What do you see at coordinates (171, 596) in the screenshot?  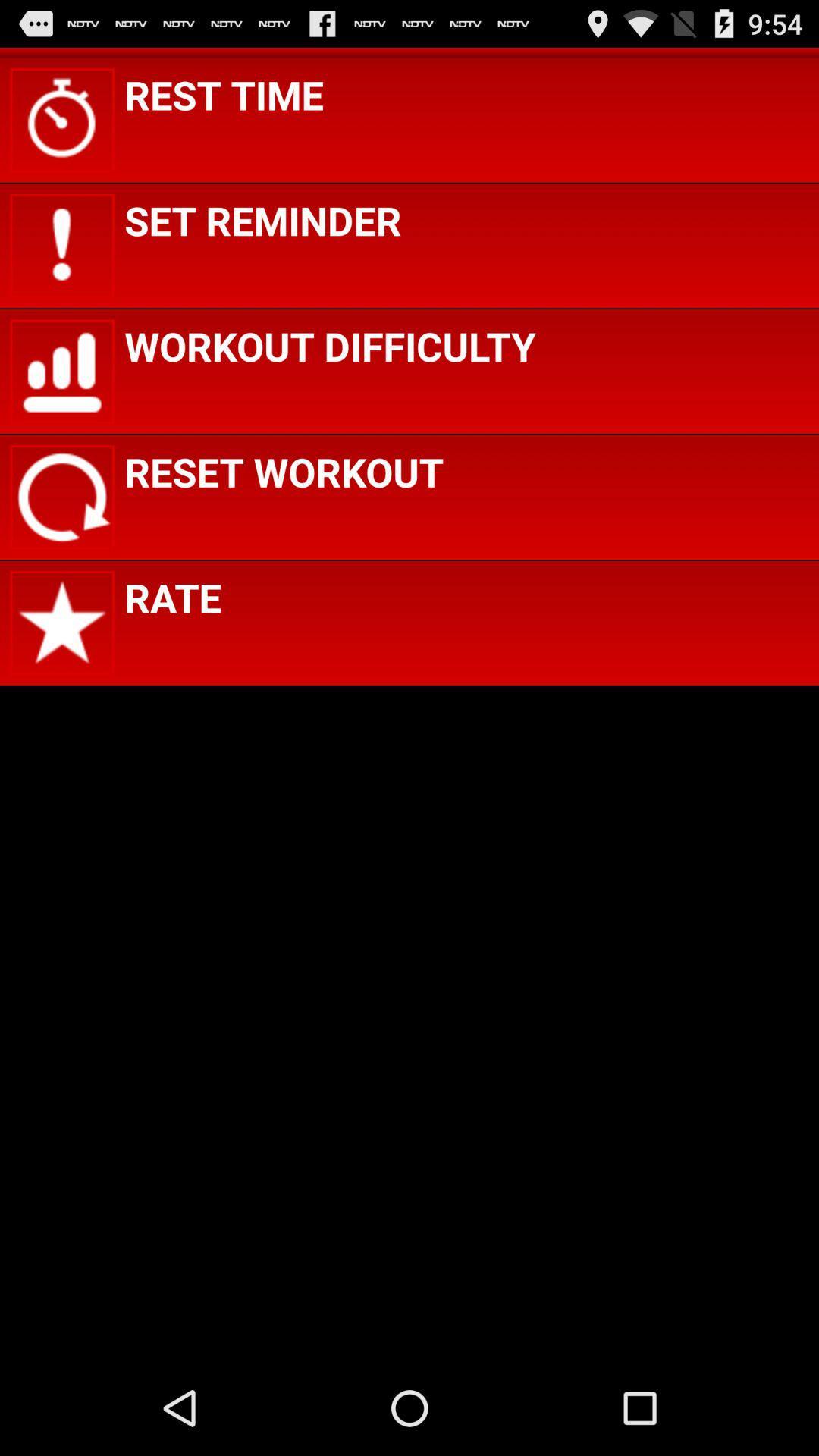 I see `the app below the reset workout item` at bounding box center [171, 596].